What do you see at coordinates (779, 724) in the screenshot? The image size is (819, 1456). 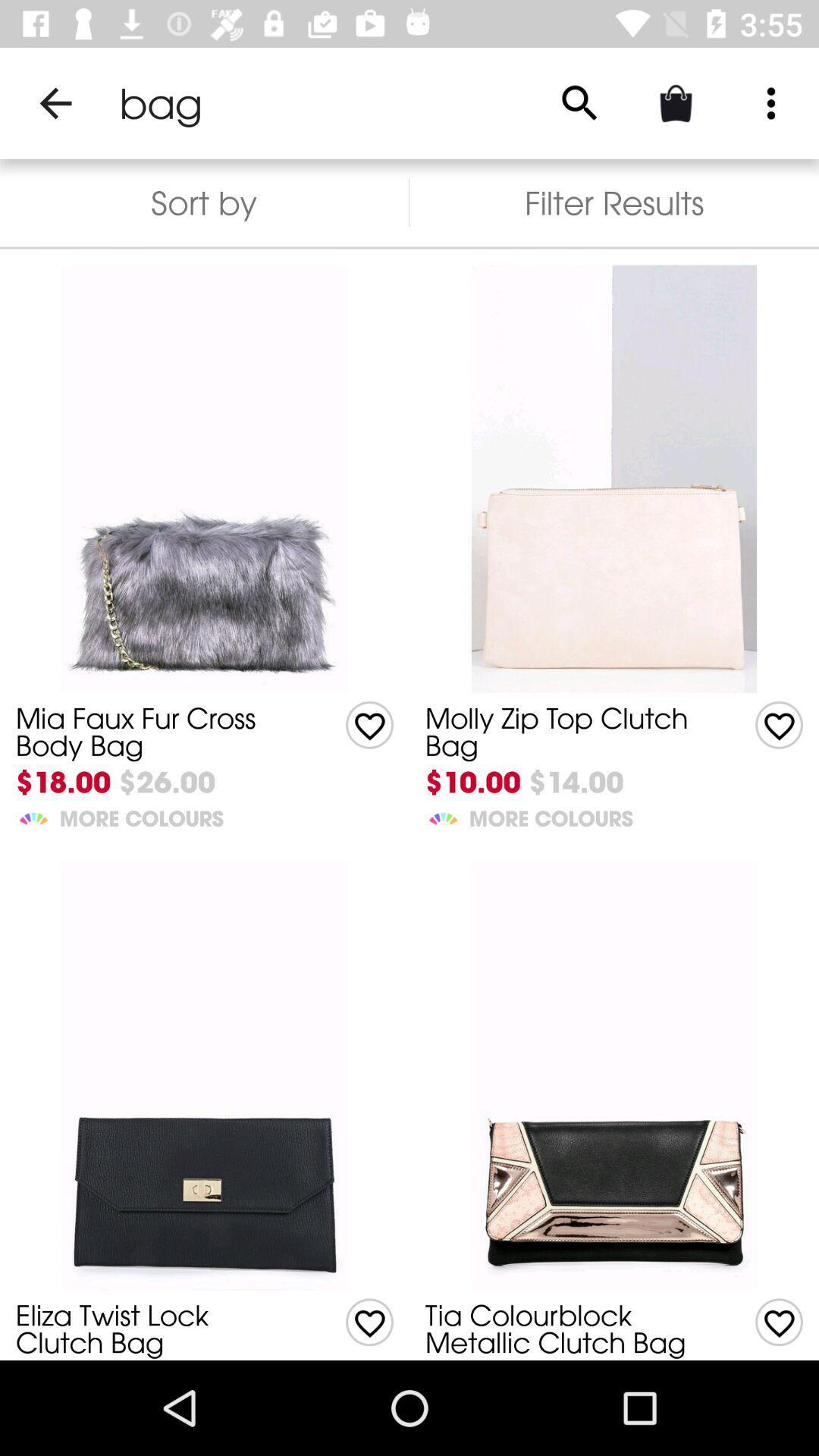 I see `this item` at bounding box center [779, 724].